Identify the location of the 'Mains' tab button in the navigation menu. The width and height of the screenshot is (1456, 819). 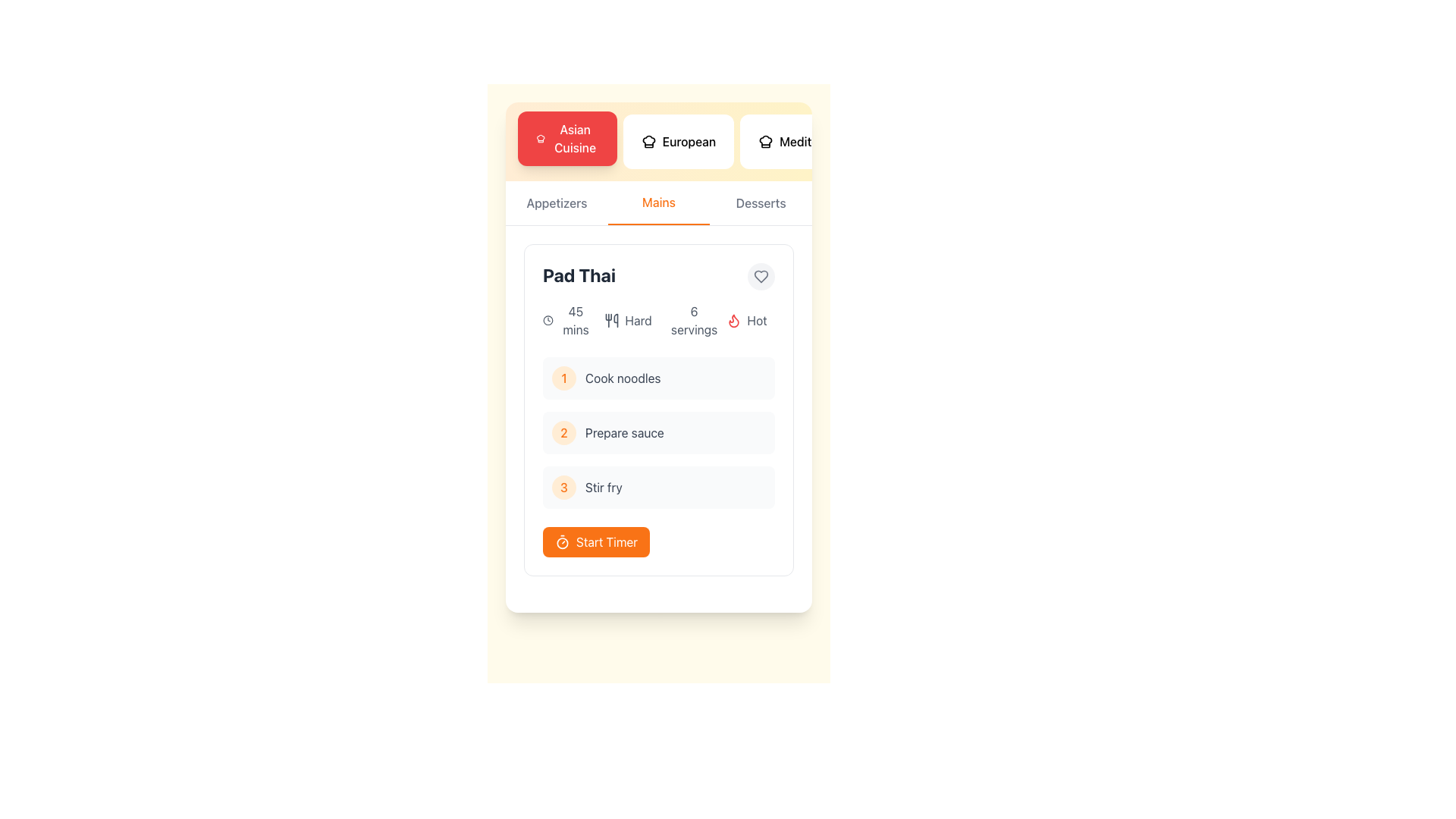
(658, 202).